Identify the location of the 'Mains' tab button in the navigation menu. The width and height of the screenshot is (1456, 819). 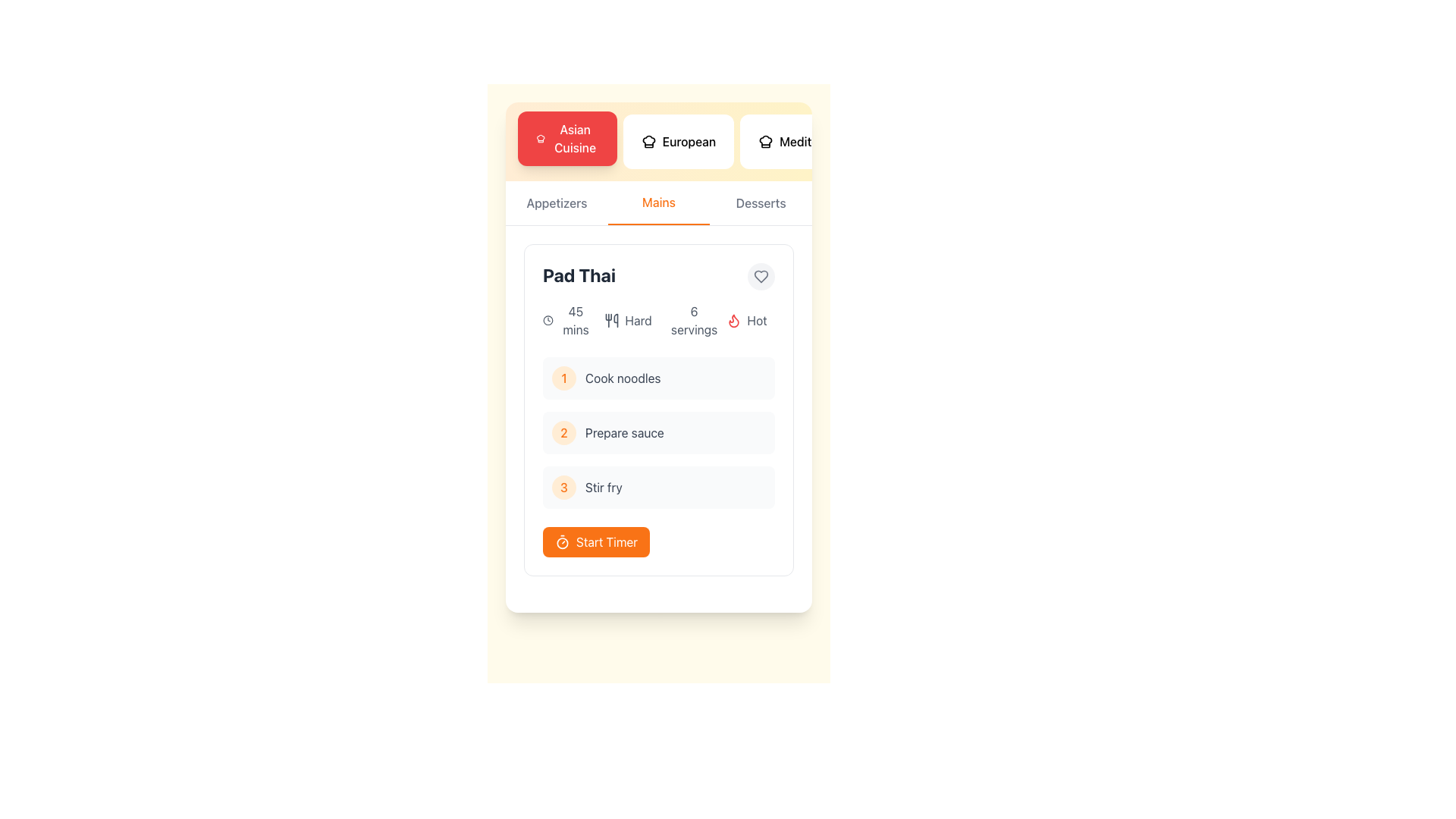
(658, 202).